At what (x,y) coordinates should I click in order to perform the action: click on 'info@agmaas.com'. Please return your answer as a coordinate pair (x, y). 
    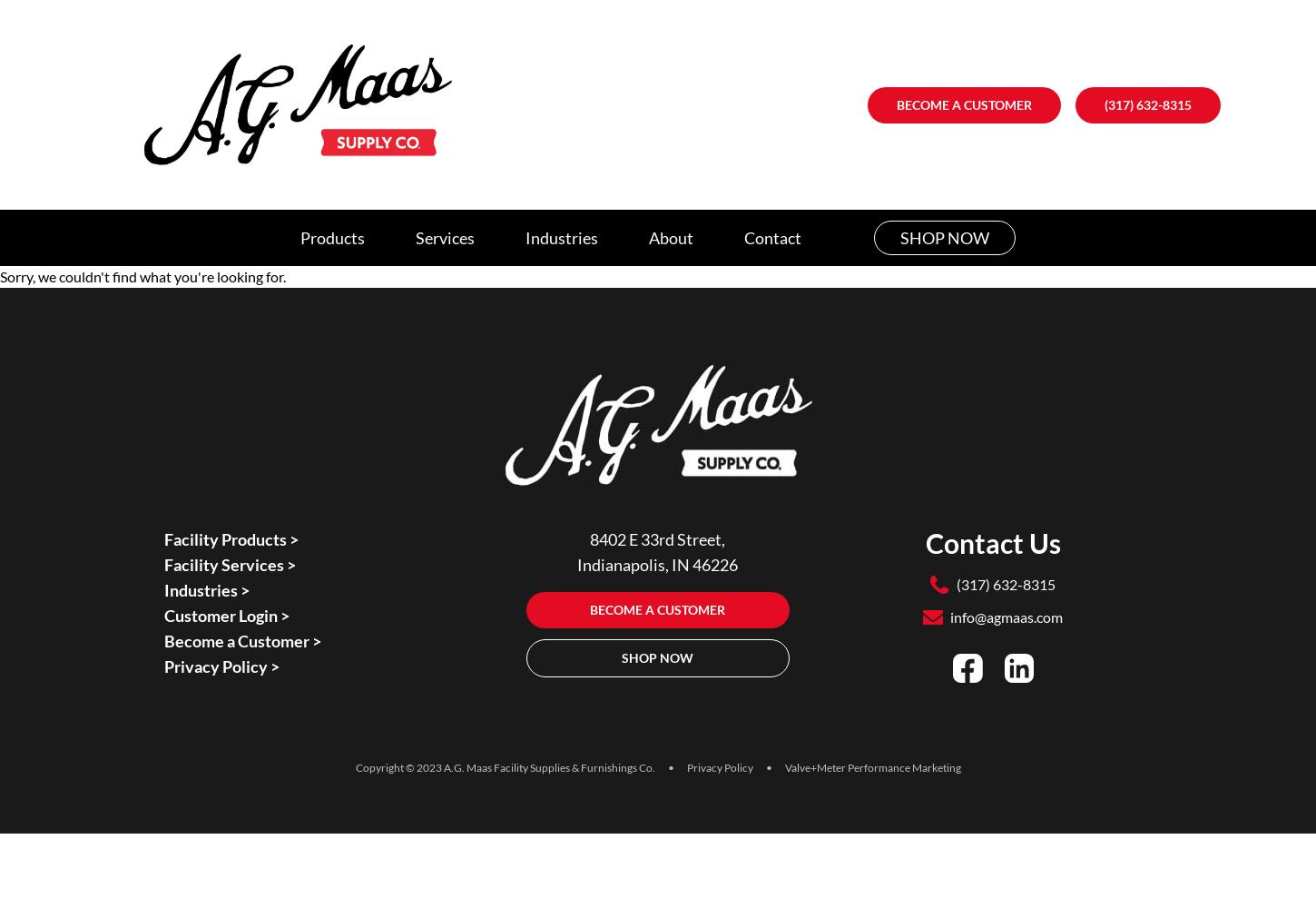
    Looking at the image, I should click on (950, 617).